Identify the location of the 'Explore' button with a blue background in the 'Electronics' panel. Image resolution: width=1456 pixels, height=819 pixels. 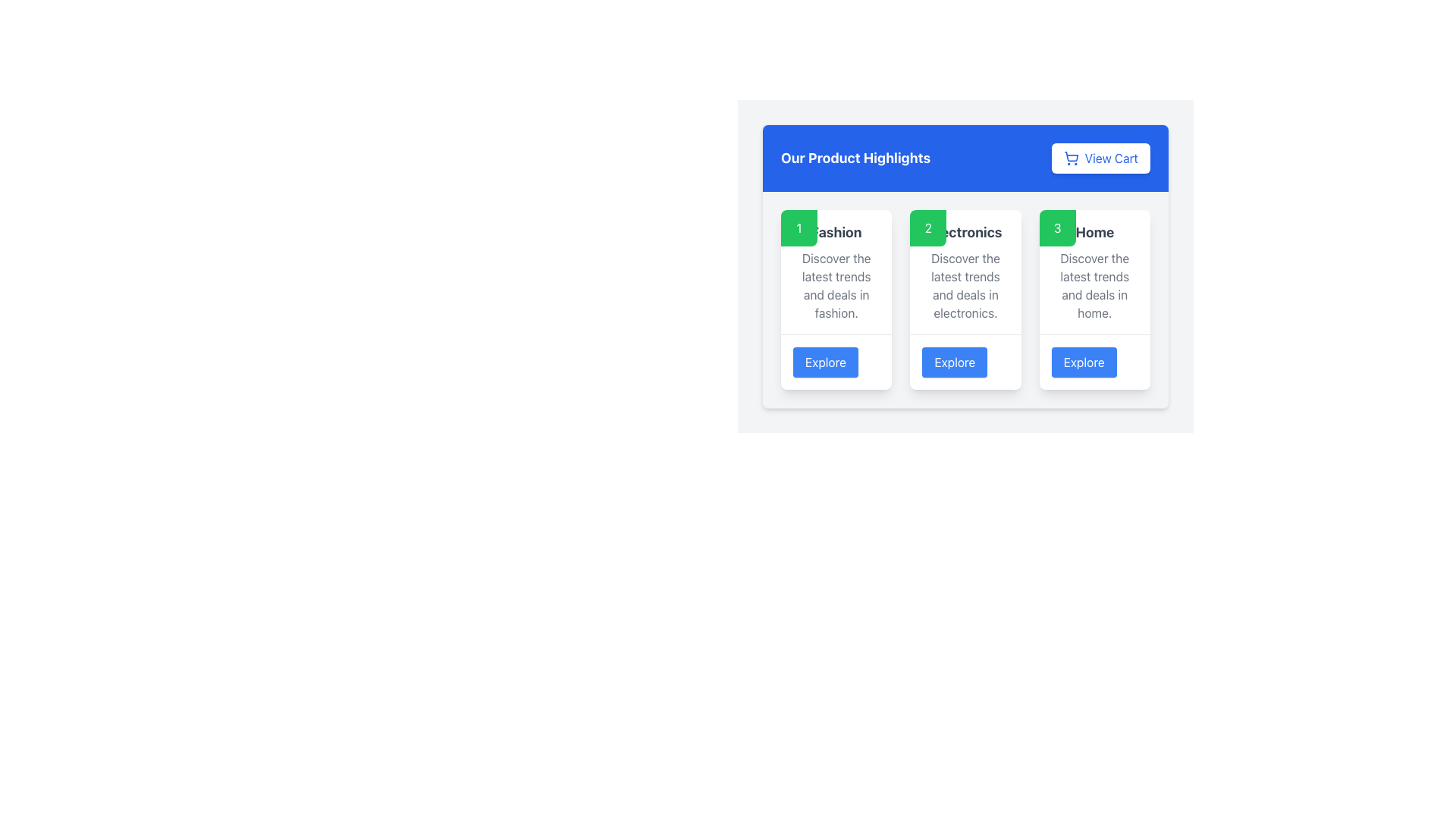
(954, 362).